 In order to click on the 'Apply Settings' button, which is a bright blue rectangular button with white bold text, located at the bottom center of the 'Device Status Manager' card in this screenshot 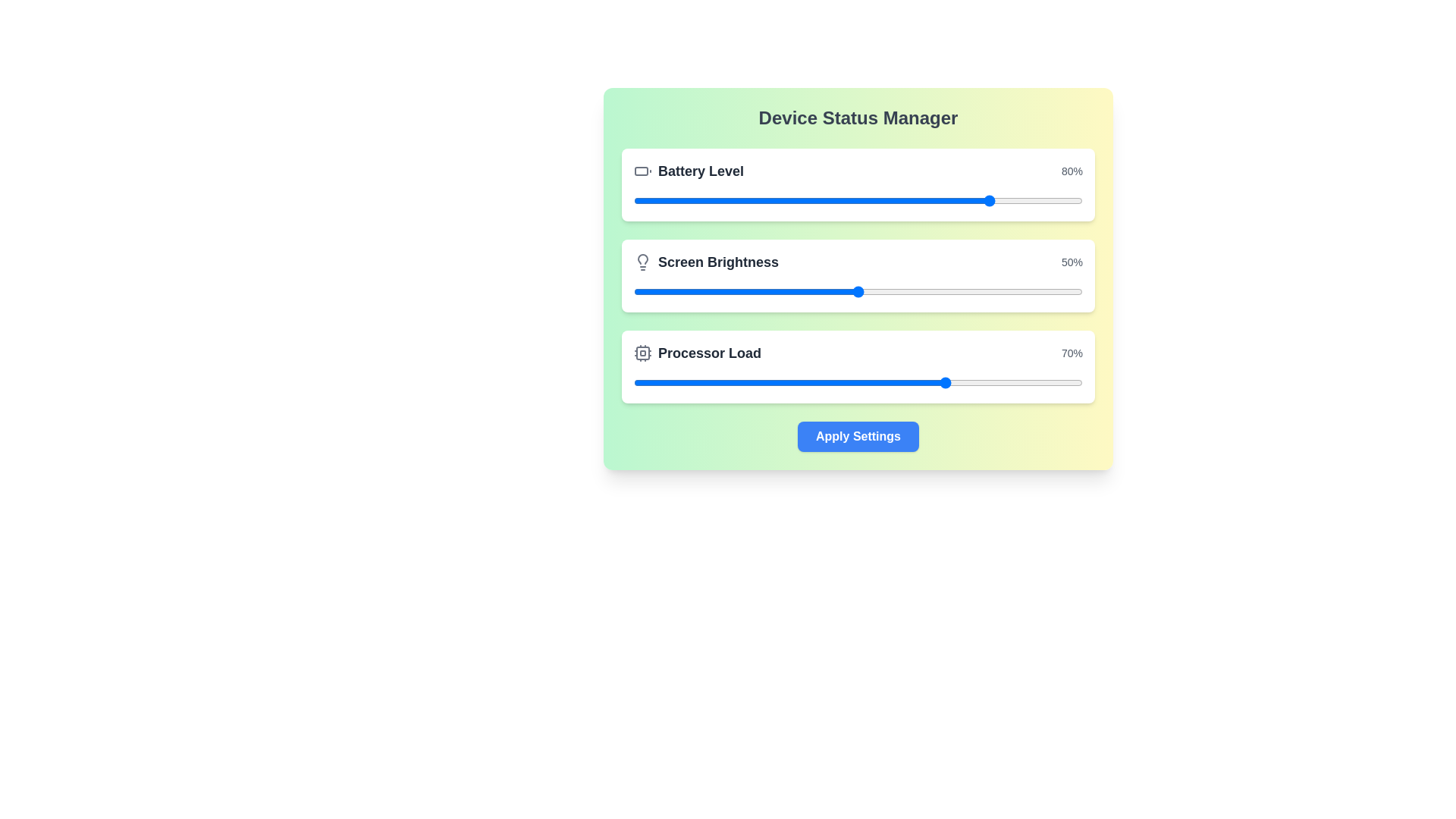, I will do `click(858, 436)`.